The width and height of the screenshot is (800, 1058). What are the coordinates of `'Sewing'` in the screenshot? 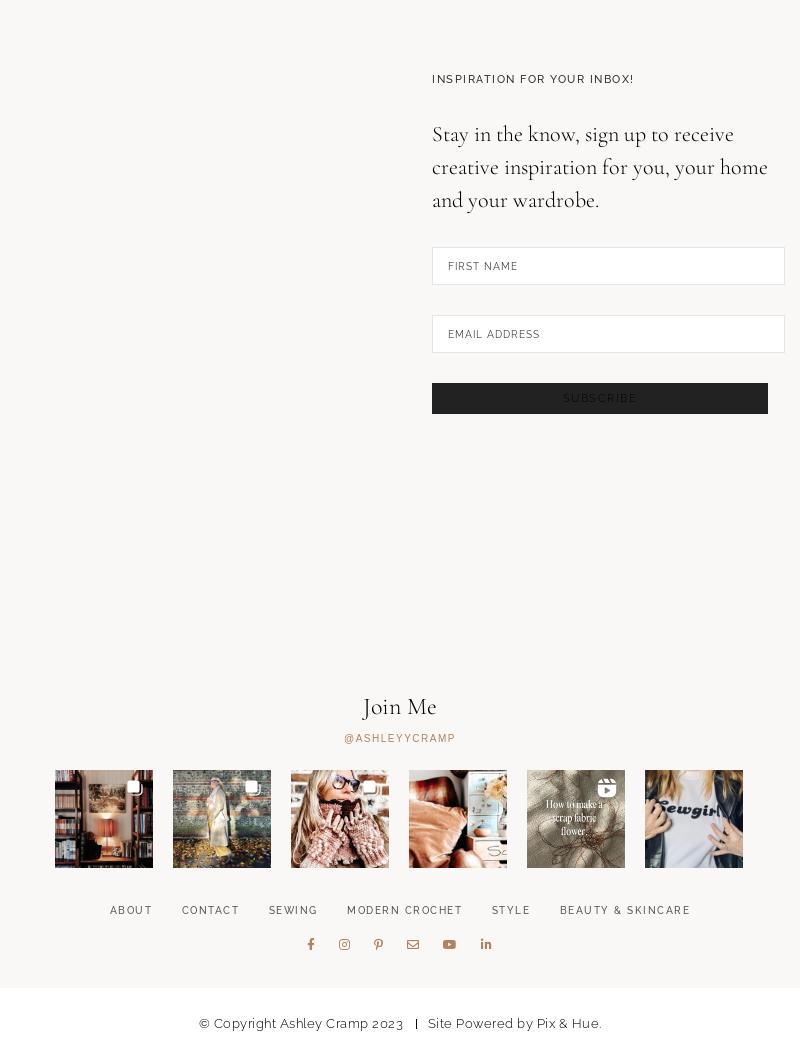 It's located at (292, 1011).